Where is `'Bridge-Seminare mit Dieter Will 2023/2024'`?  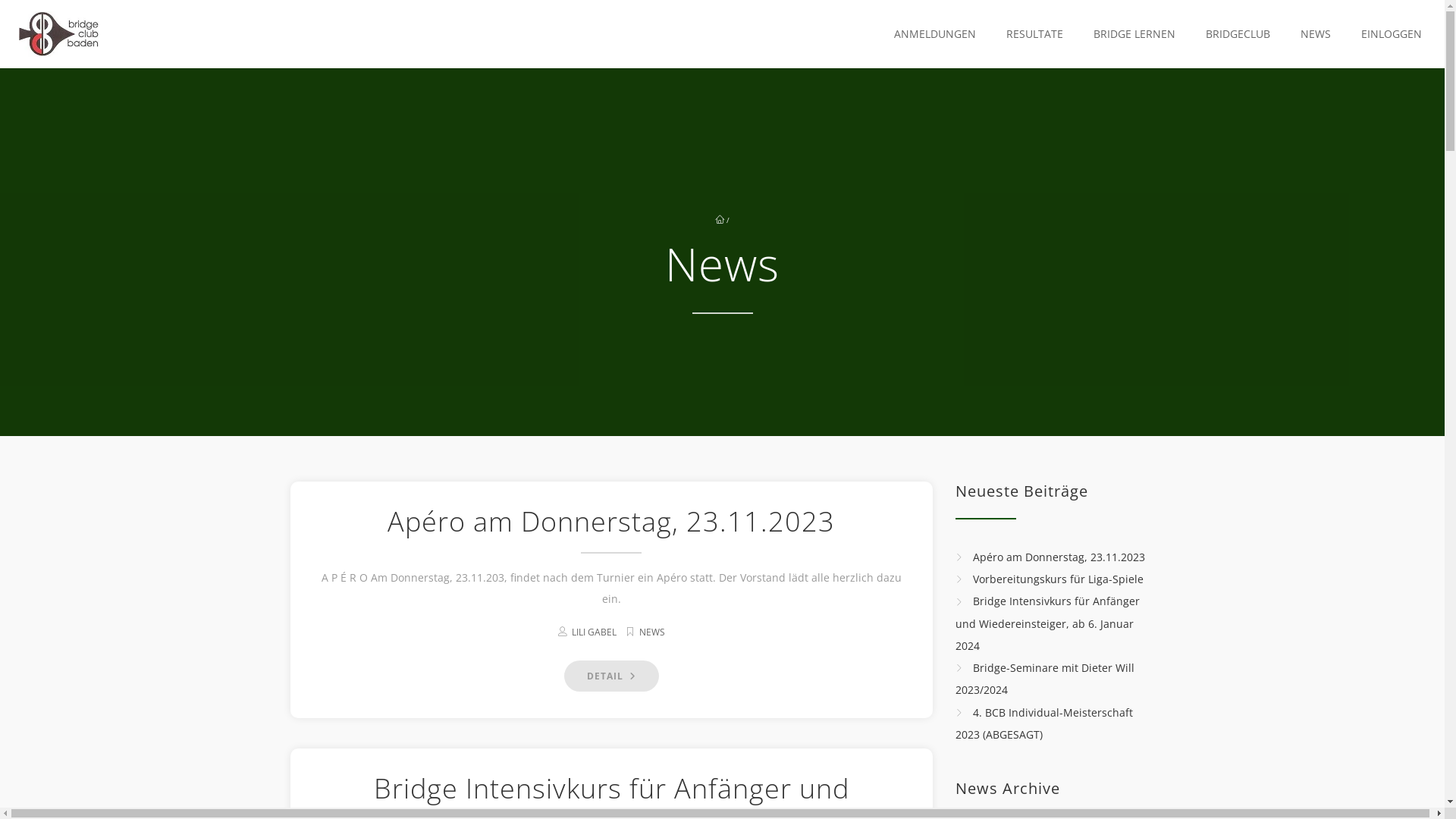 'Bridge-Seminare mit Dieter Will 2023/2024' is located at coordinates (1043, 677).